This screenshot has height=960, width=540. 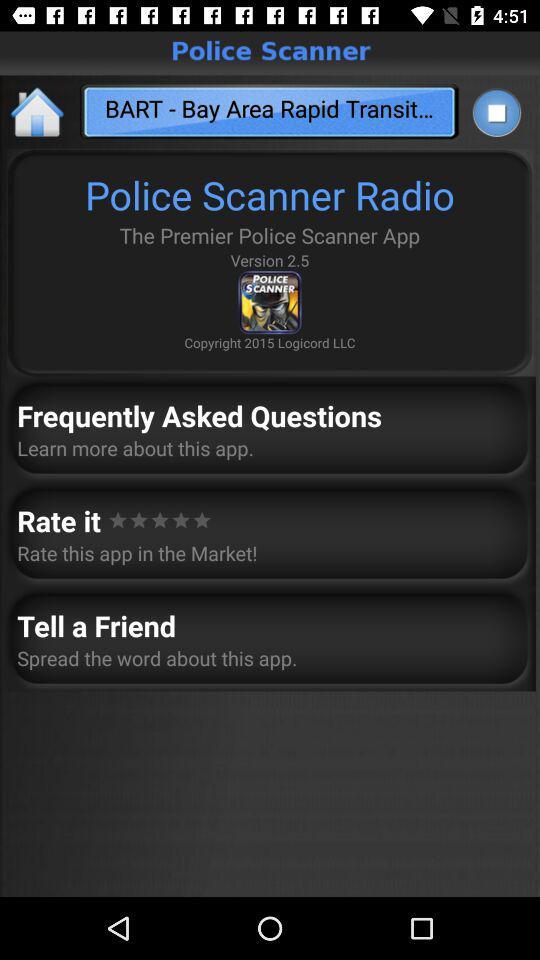 What do you see at coordinates (38, 111) in the screenshot?
I see `app next to bart bay area app` at bounding box center [38, 111].